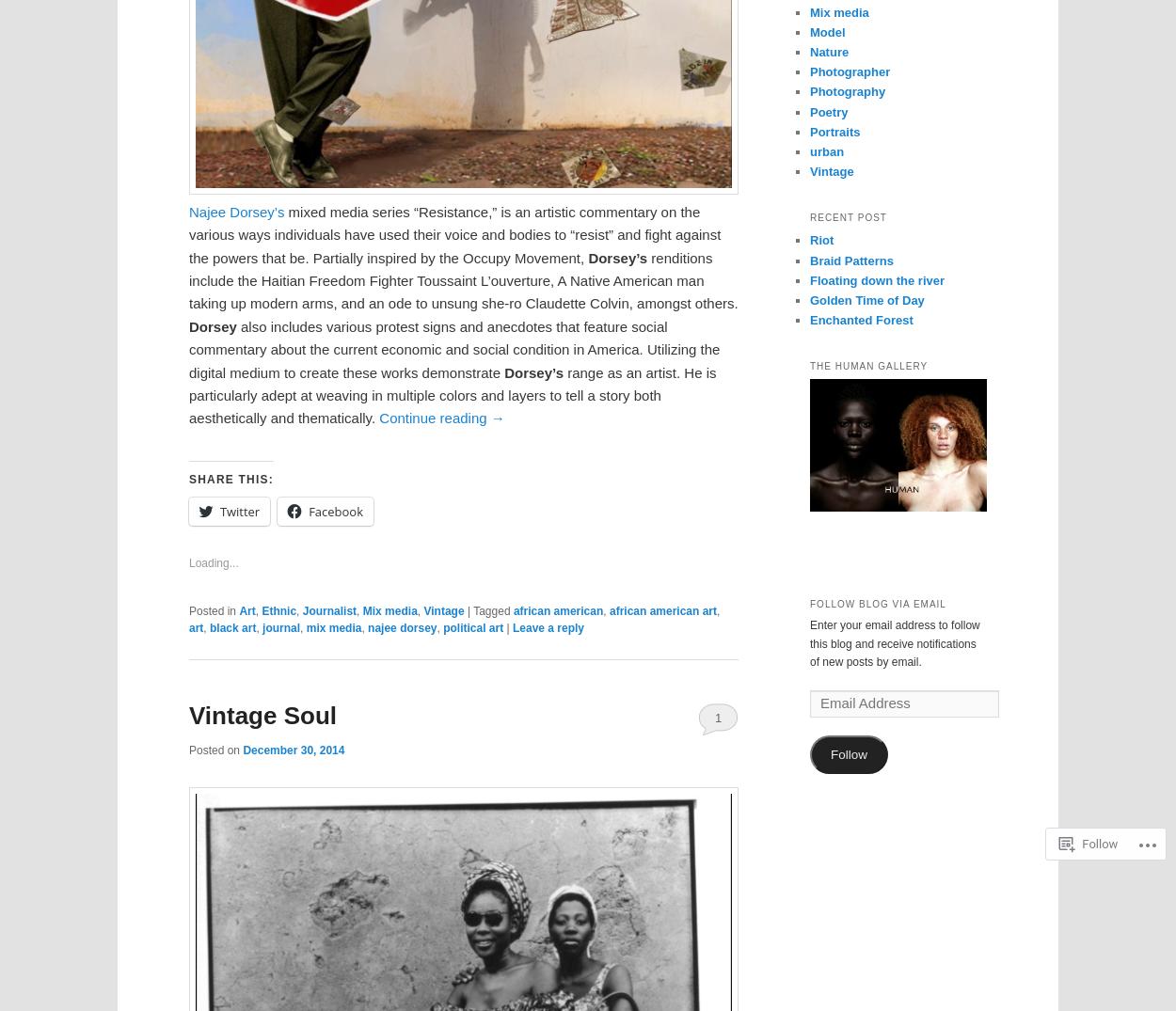 The height and width of the screenshot is (1011, 1176). What do you see at coordinates (877, 604) in the screenshot?
I see `'Follow Blog via Email'` at bounding box center [877, 604].